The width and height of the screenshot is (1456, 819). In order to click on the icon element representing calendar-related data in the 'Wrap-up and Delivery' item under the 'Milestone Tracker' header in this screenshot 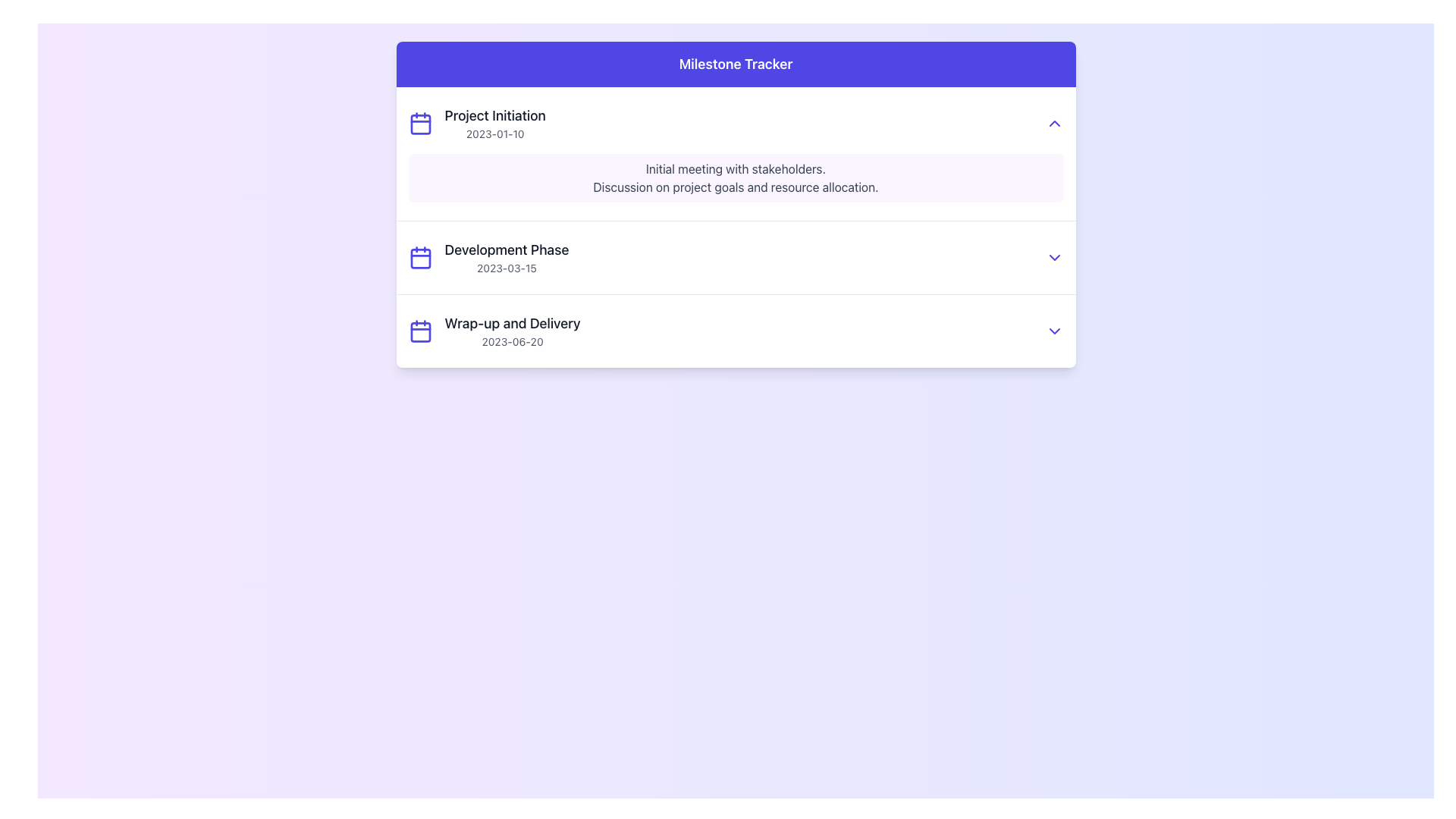, I will do `click(420, 330)`.